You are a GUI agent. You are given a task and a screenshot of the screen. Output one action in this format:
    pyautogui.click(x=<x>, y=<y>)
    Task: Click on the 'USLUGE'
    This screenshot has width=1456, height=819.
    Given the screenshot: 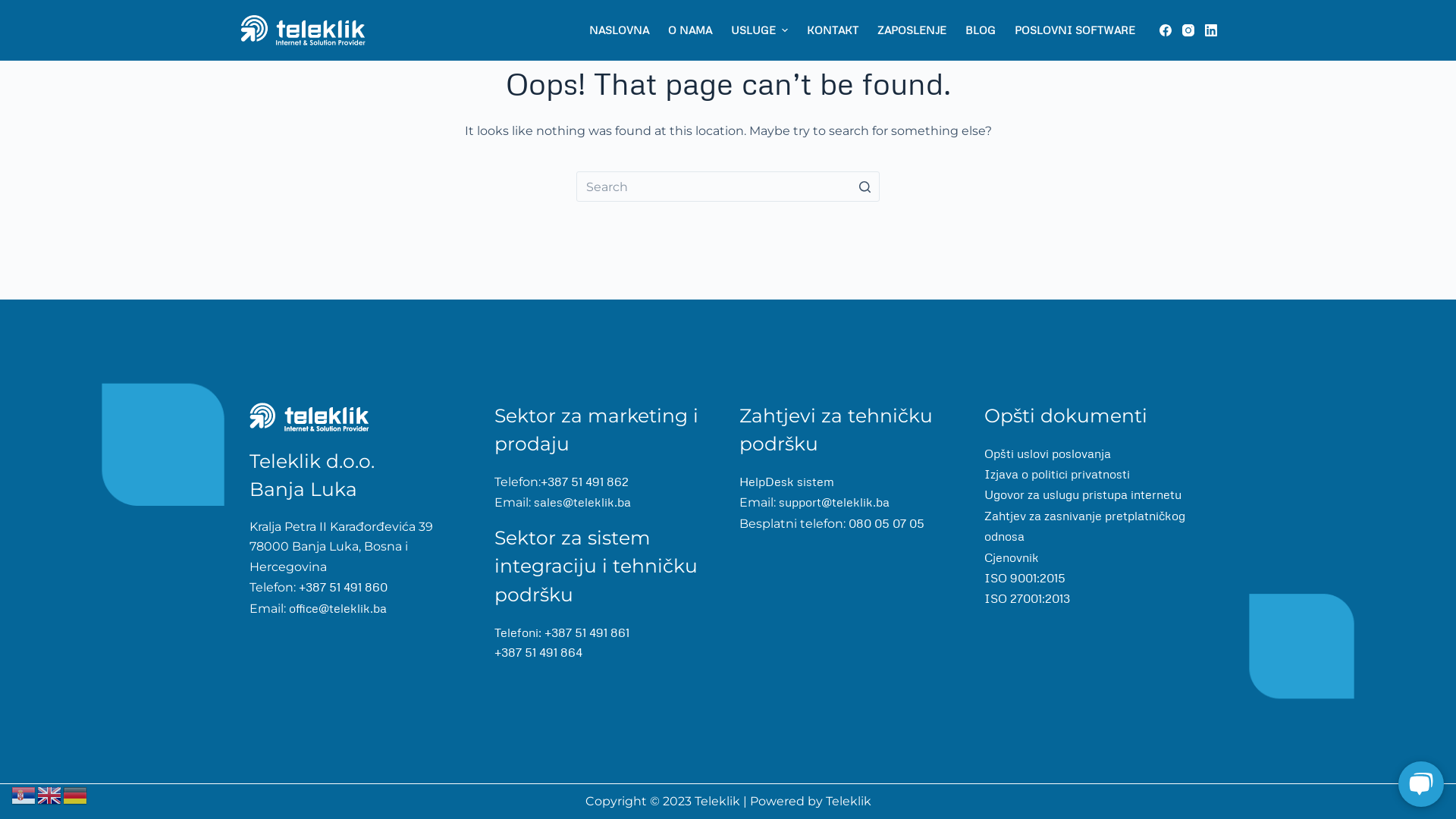 What is the action you would take?
    pyautogui.click(x=759, y=30)
    